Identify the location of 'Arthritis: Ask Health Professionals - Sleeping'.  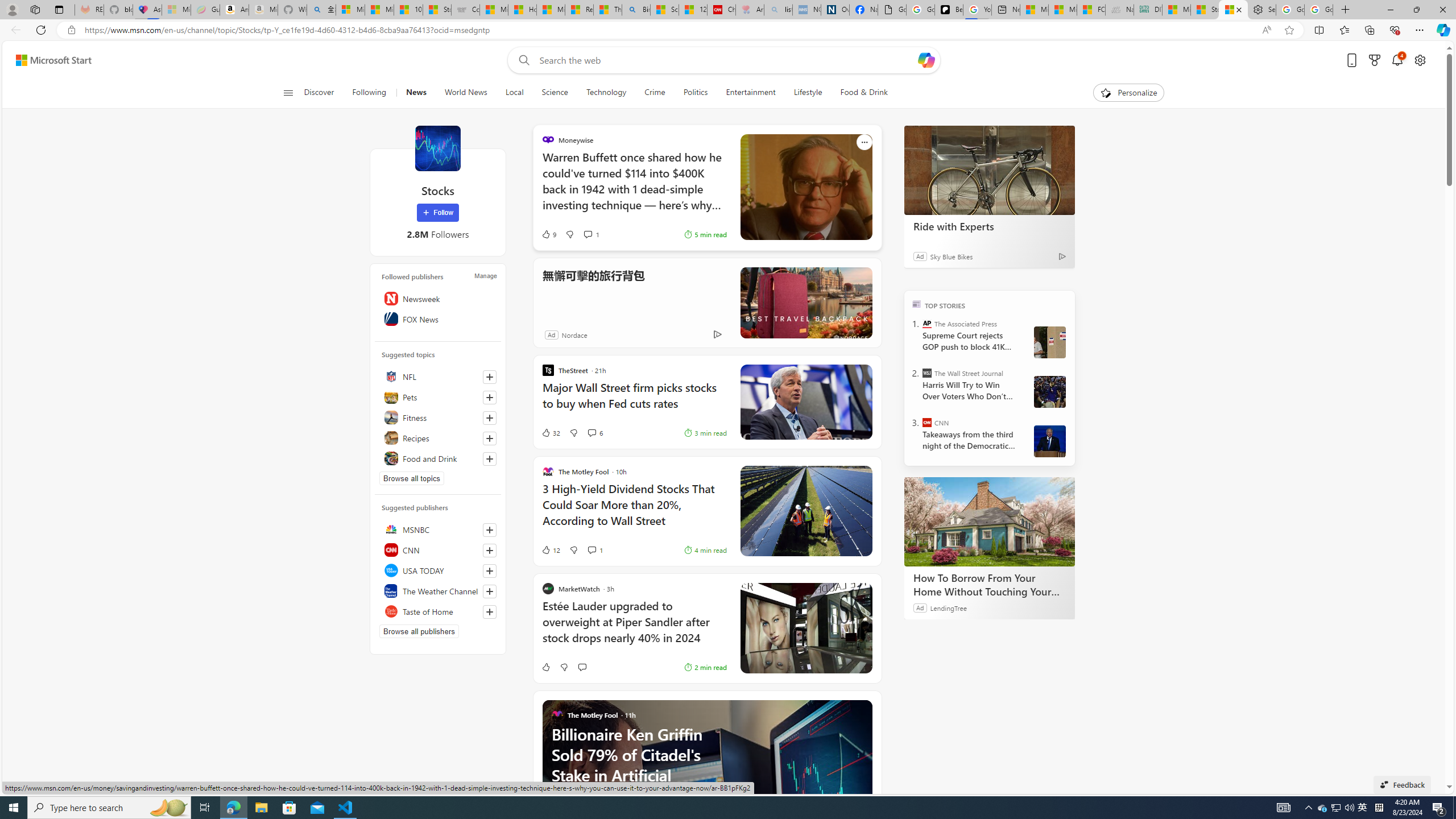
(749, 9).